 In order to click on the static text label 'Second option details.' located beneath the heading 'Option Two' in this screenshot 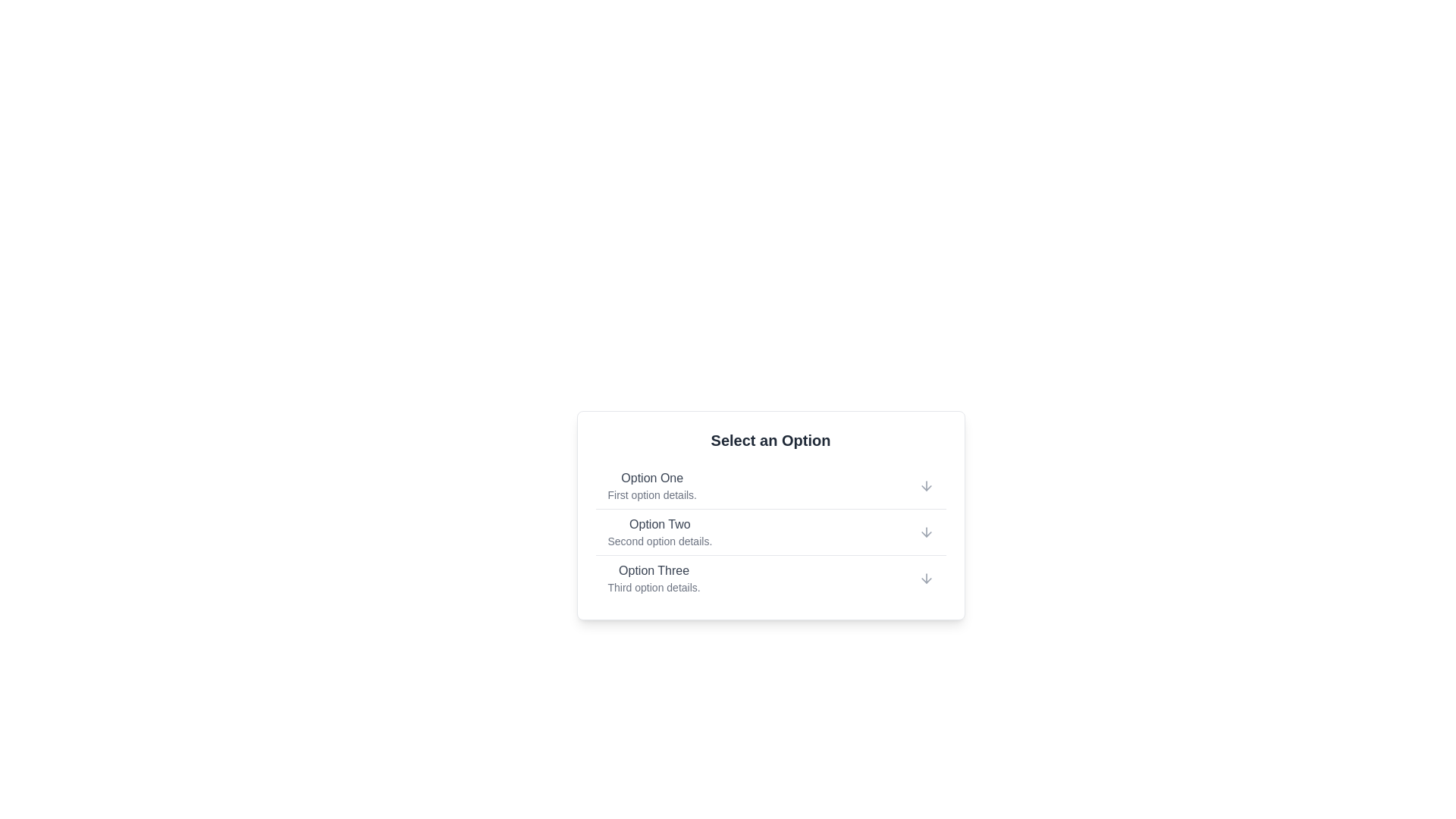, I will do `click(660, 540)`.